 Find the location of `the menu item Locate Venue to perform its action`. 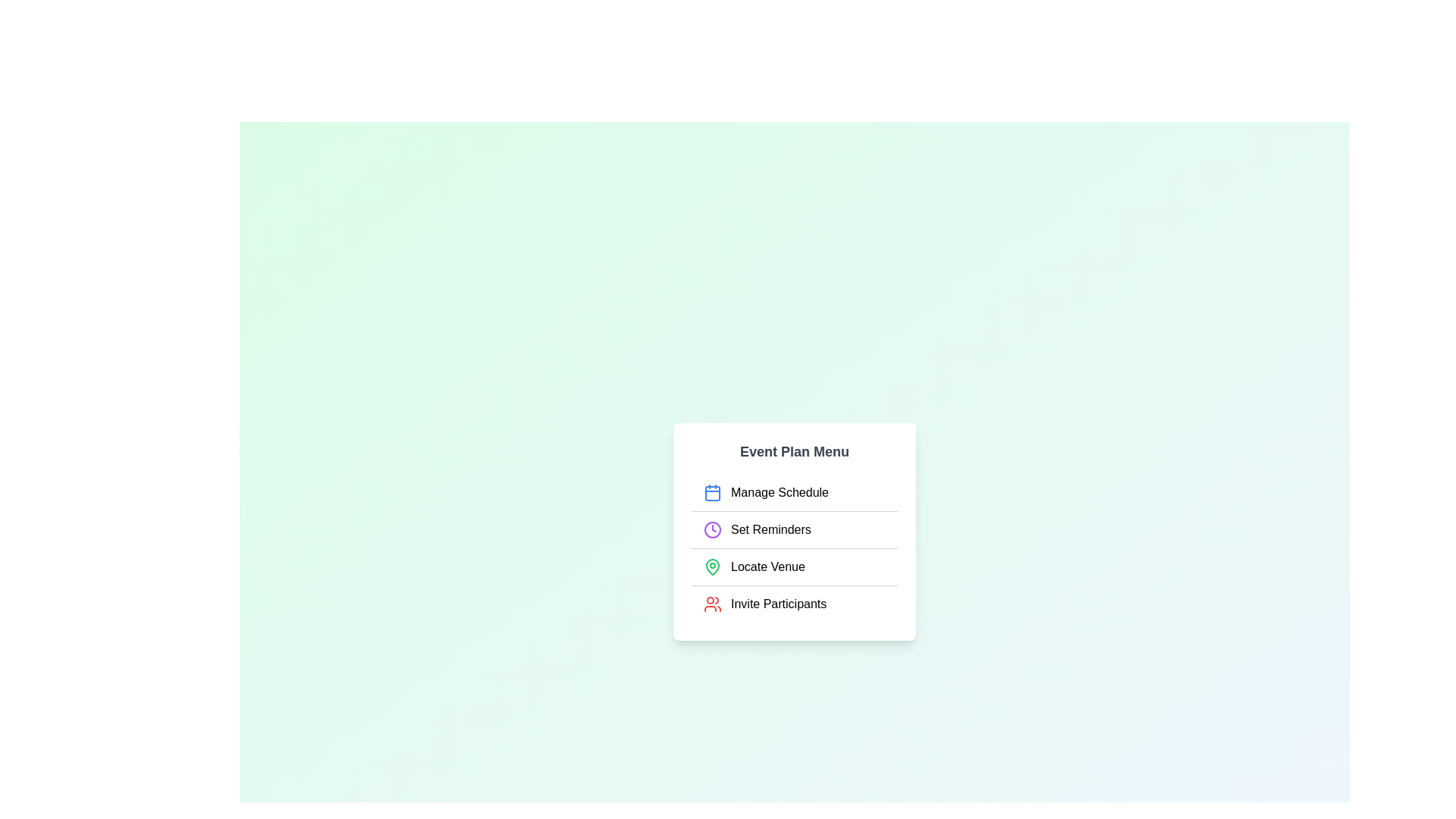

the menu item Locate Venue to perform its action is located at coordinates (793, 566).